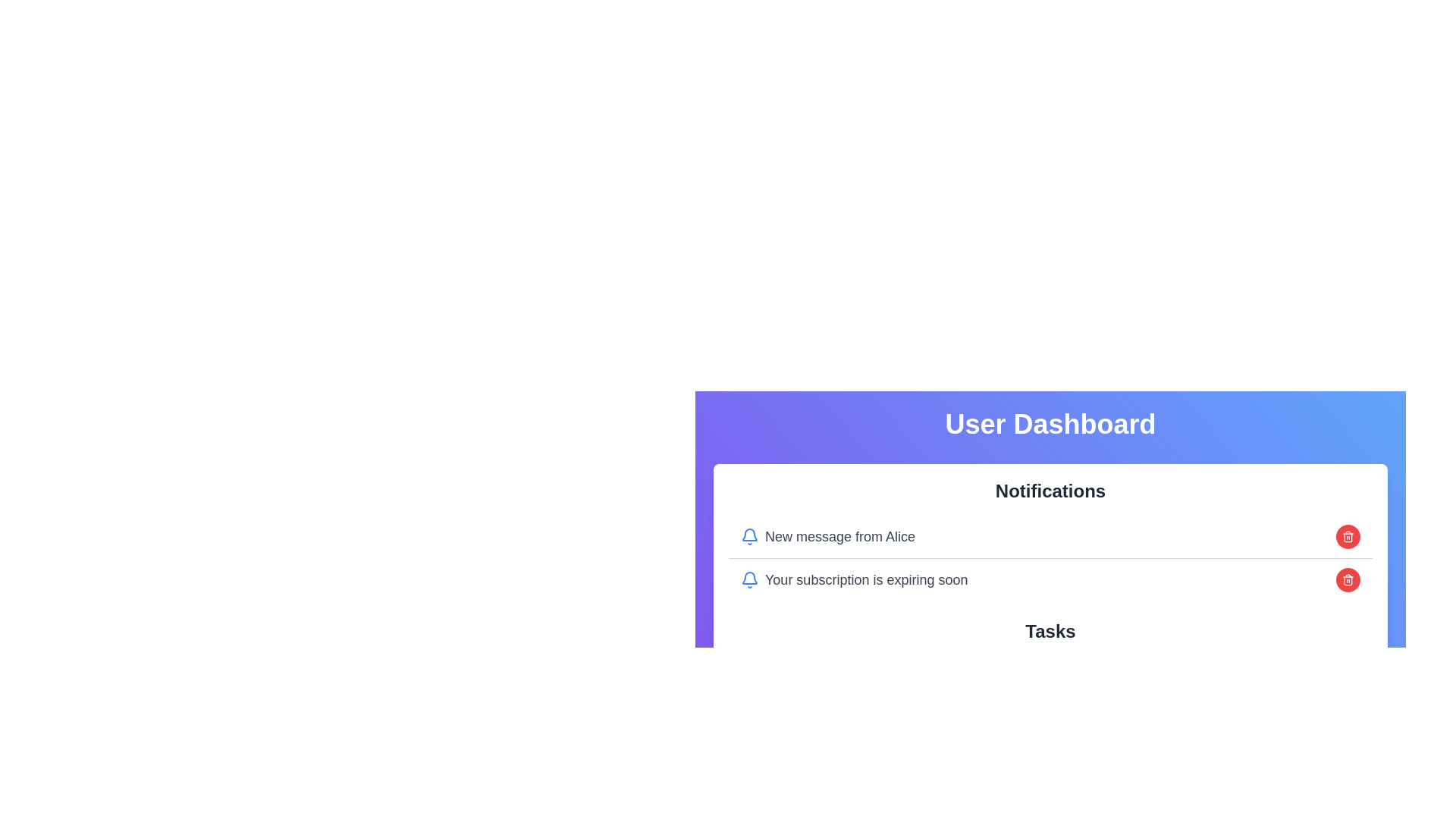 This screenshot has width=1456, height=819. I want to click on the subscription expiration alert text label located in the notifications section, positioned below the message notification from Alice and next to the bell icon, so click(866, 579).